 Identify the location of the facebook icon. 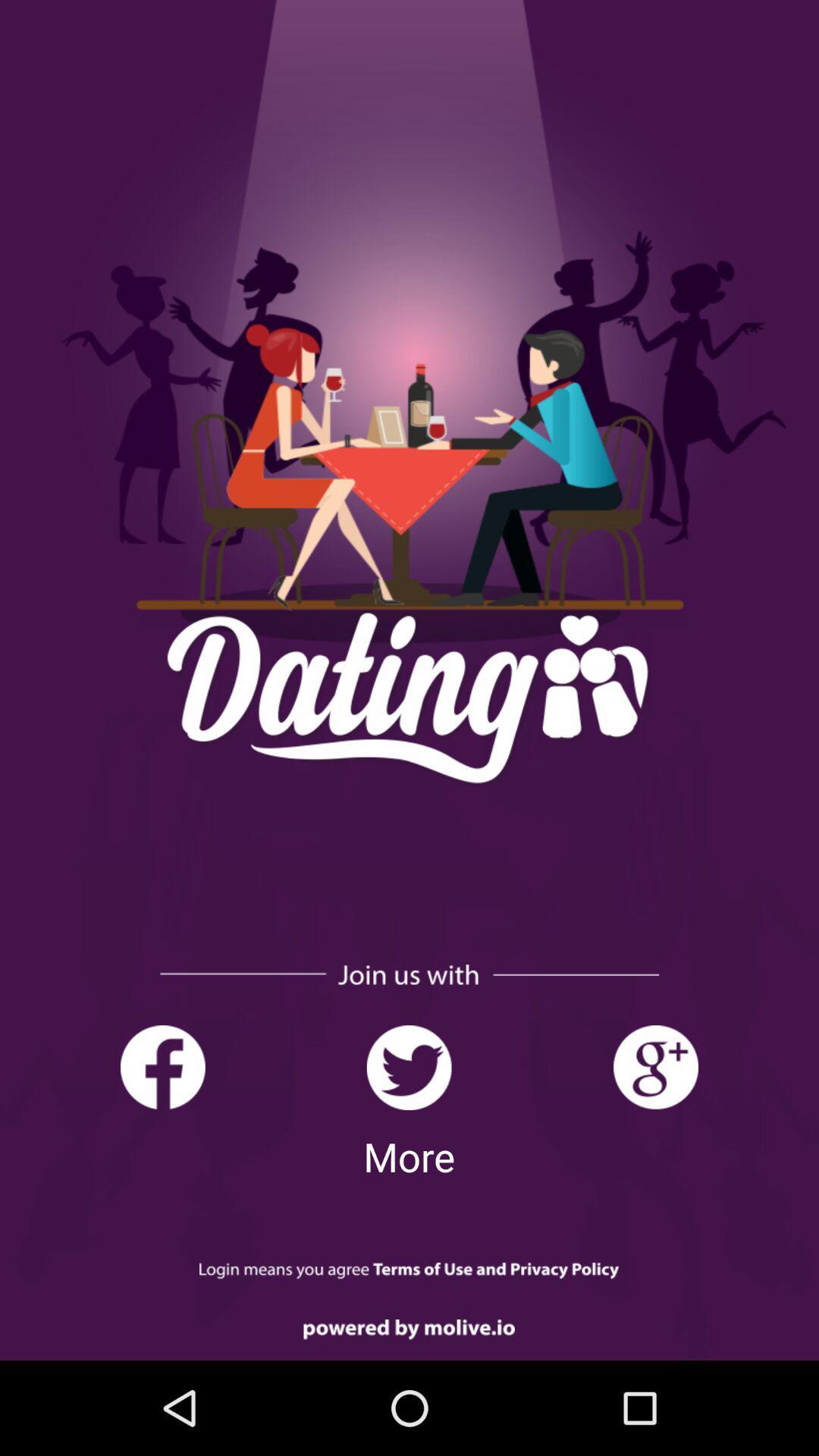
(162, 1067).